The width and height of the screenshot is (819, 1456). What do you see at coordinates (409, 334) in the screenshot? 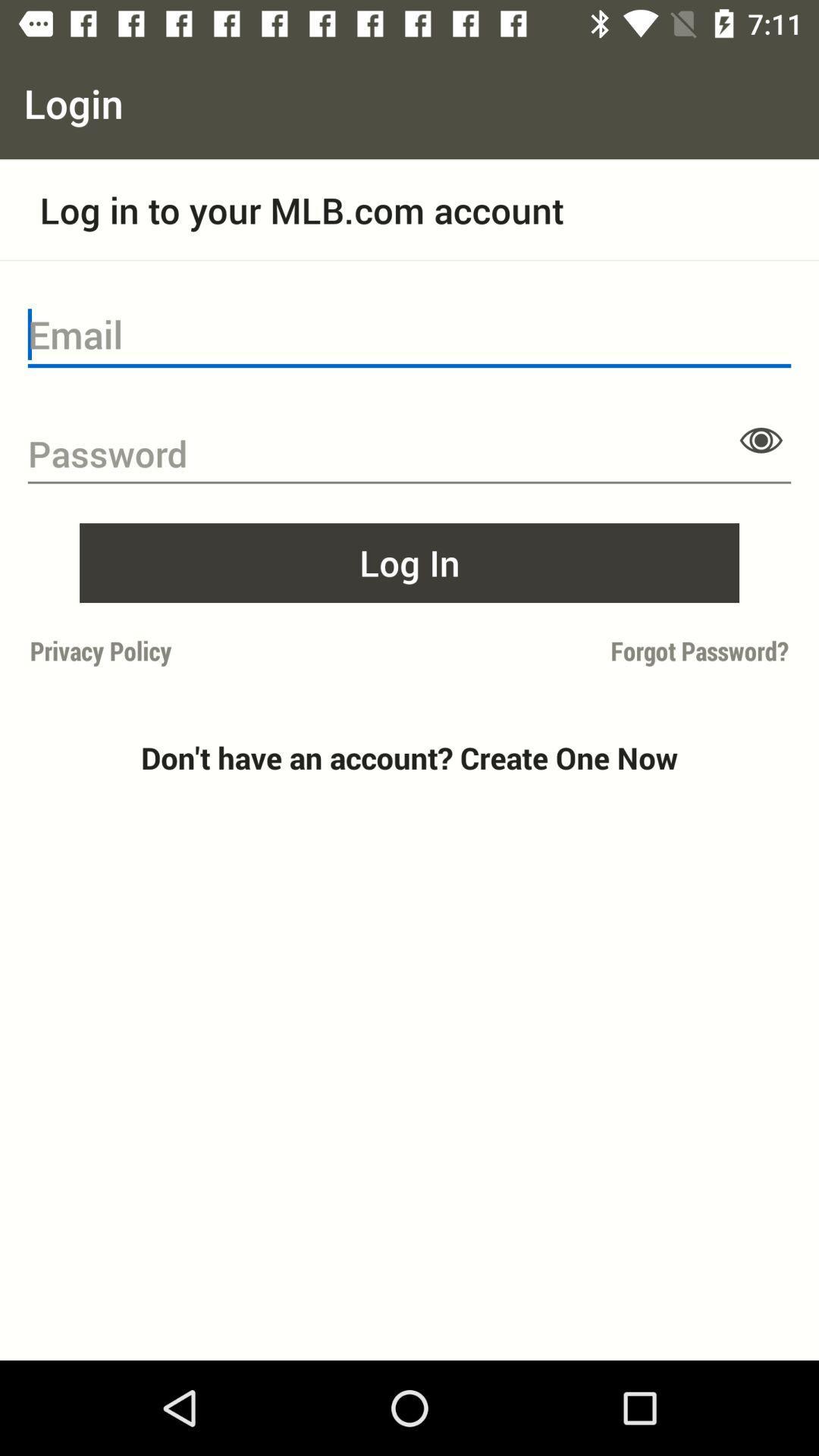
I see `email input` at bounding box center [409, 334].